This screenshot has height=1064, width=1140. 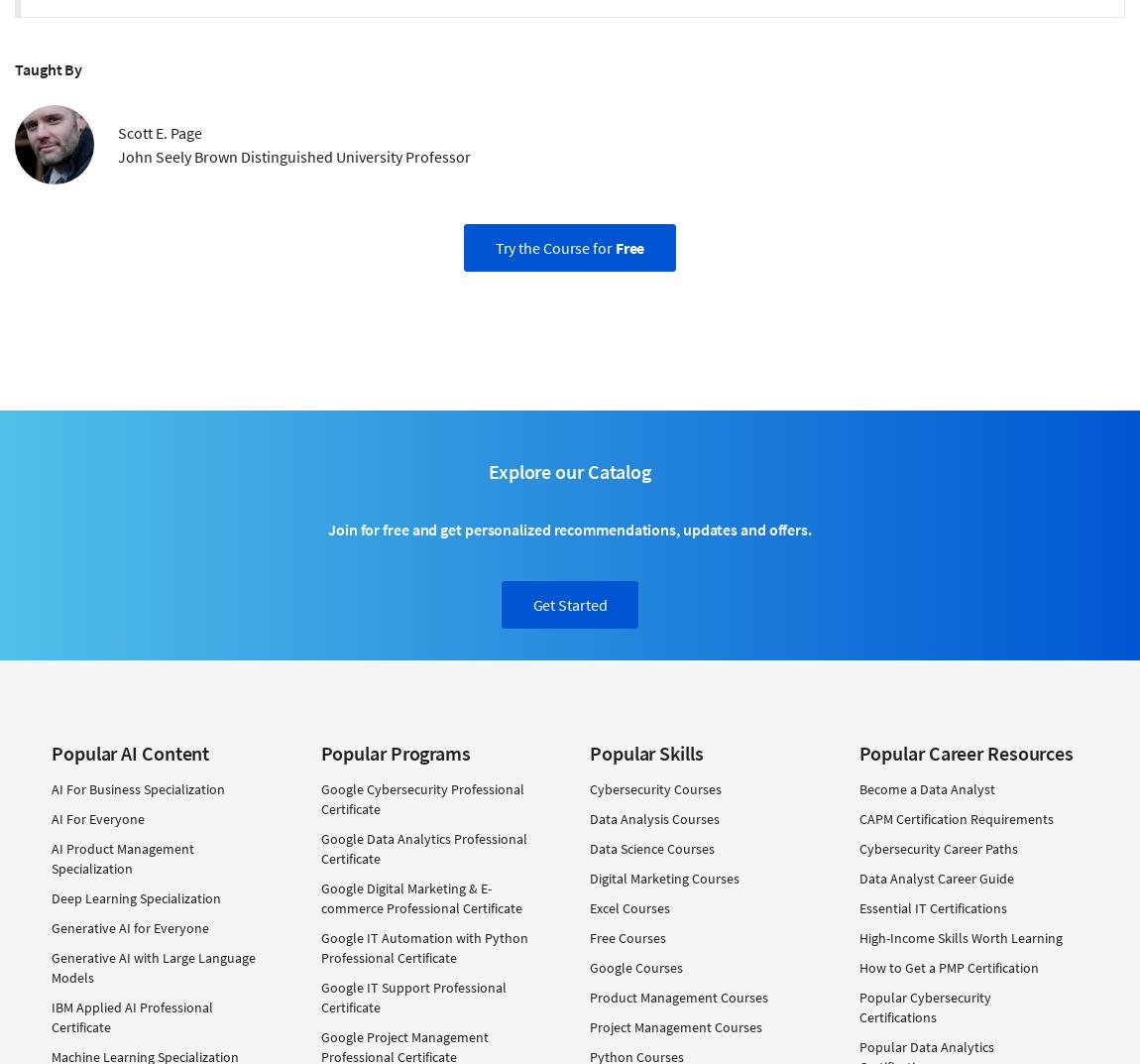 I want to click on 'Get Started', so click(x=569, y=603).